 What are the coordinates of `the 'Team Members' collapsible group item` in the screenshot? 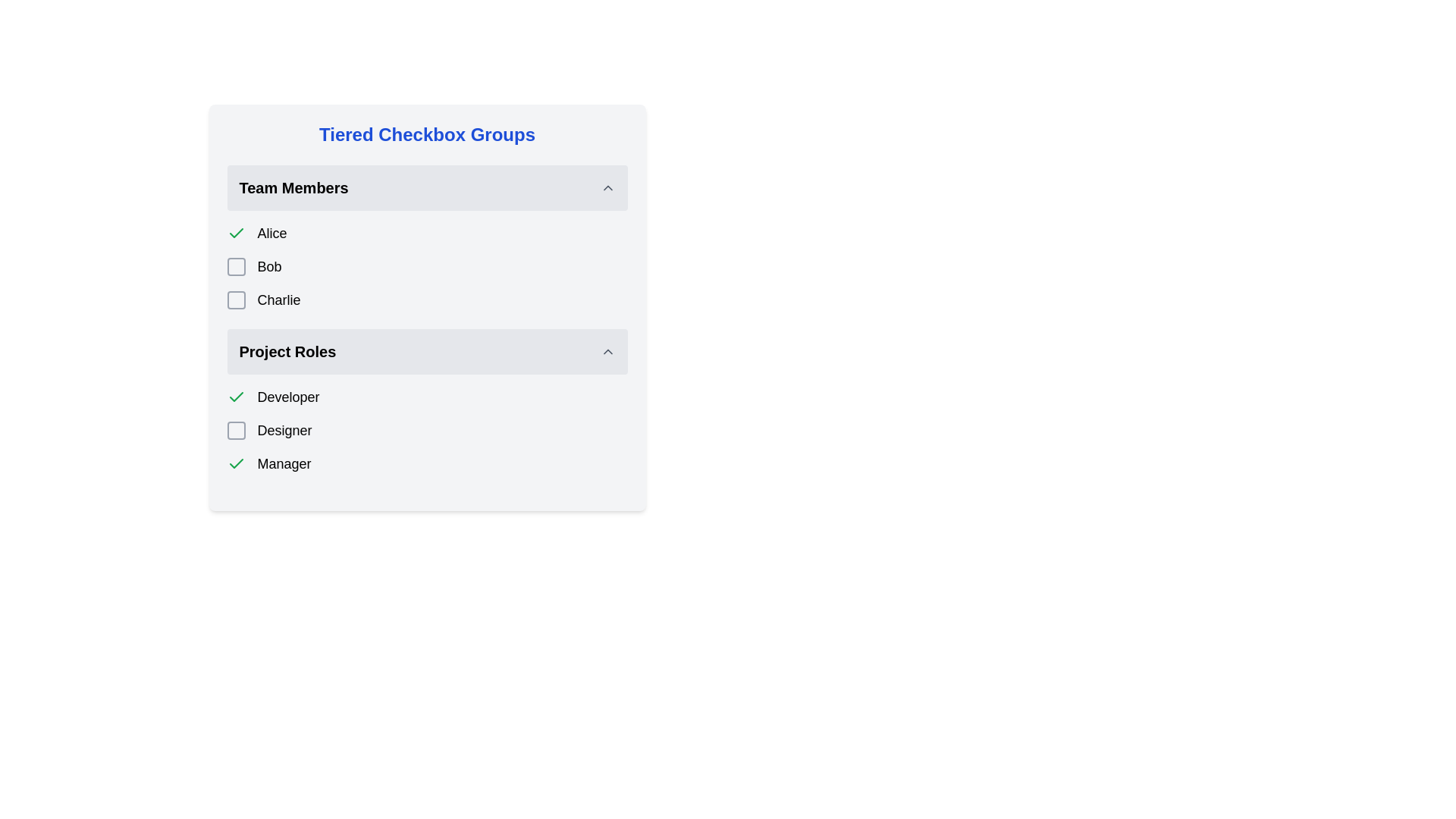 It's located at (426, 237).